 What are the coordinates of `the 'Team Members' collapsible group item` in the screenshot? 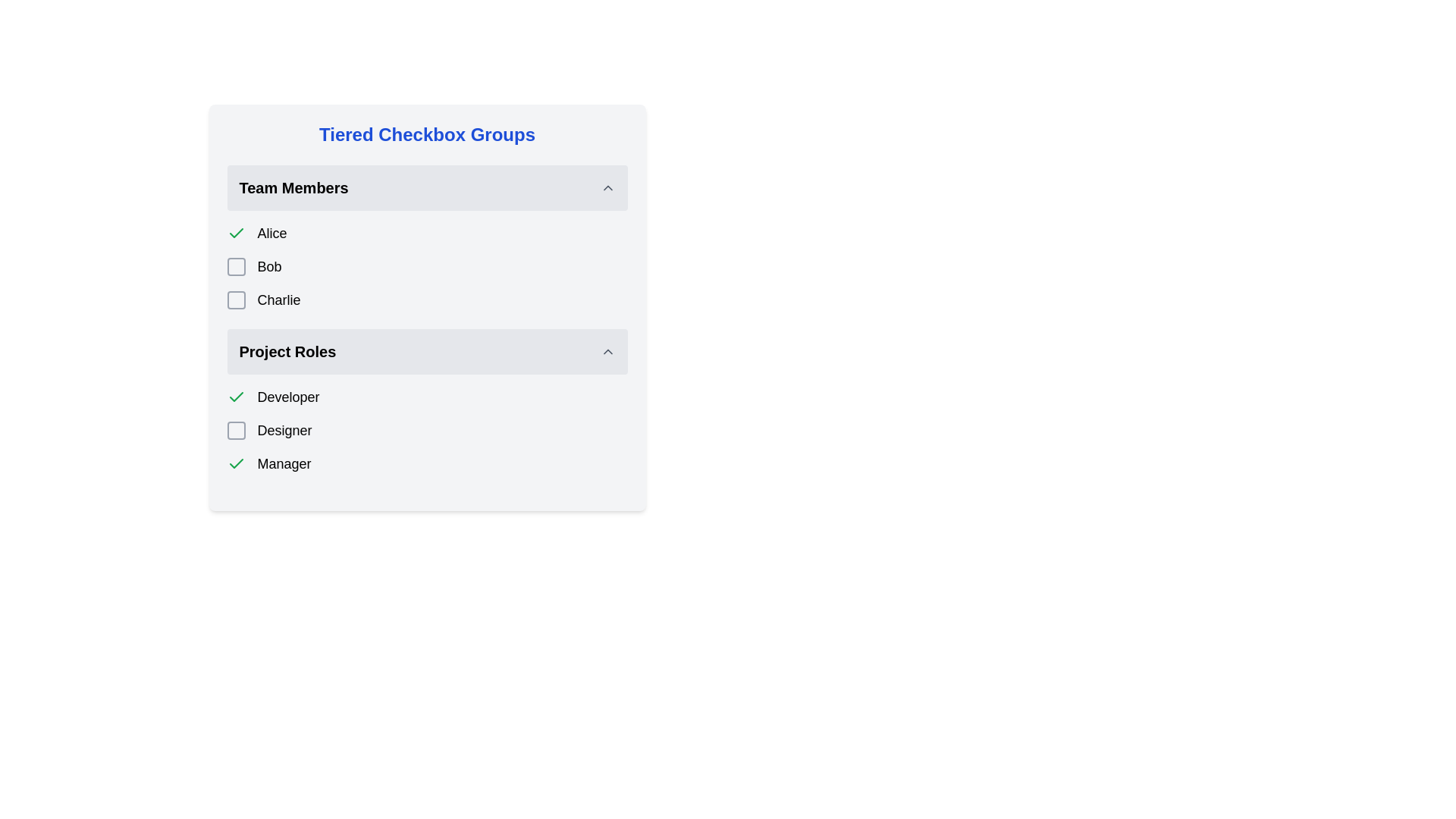 It's located at (426, 237).